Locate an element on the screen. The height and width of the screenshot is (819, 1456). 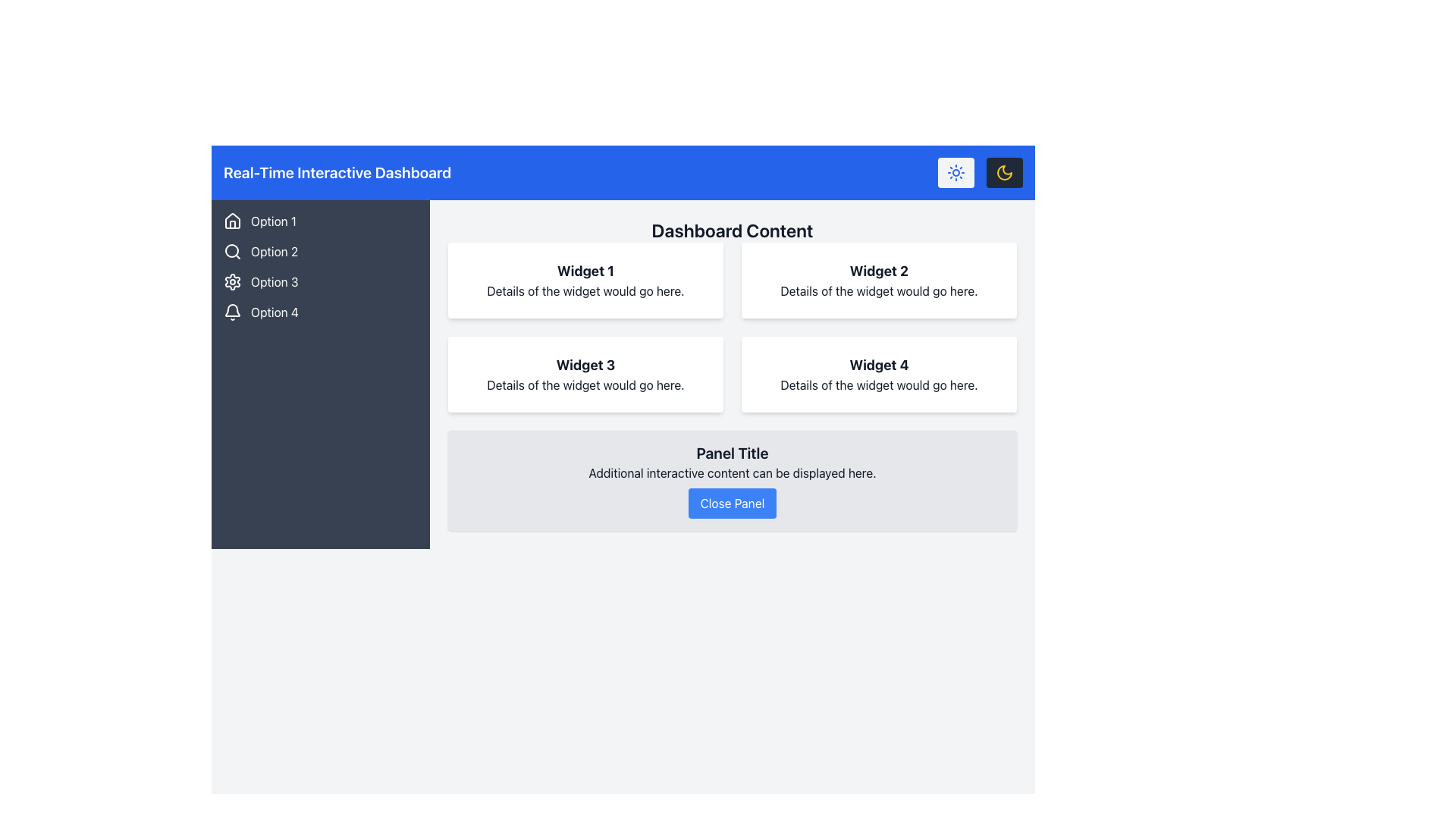
the text block displaying 'Details of the widget would go here' located below the 'Widget 1' text element in the Dashboard Content section is located at coordinates (585, 291).